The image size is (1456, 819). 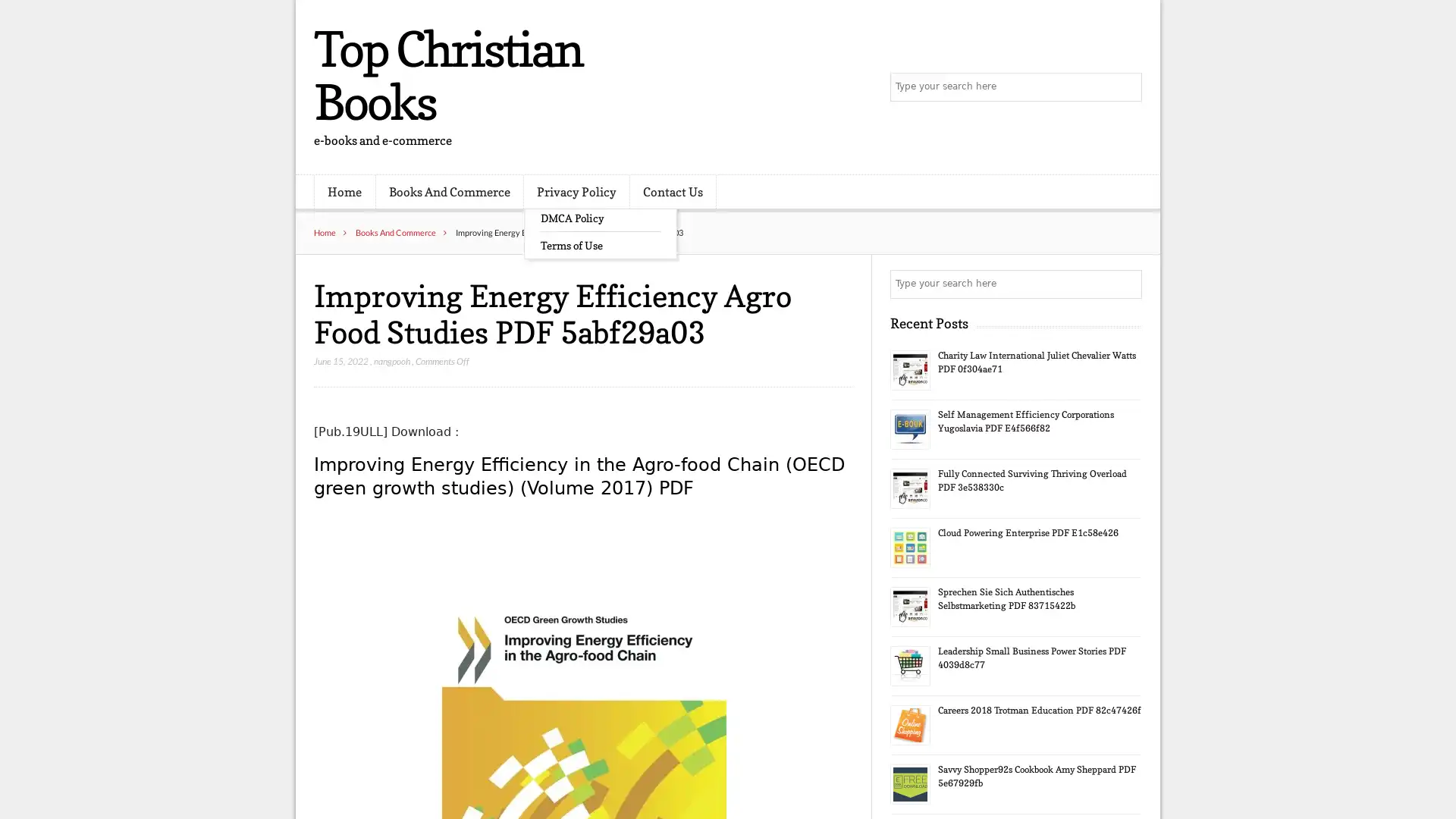 What do you see at coordinates (1126, 87) in the screenshot?
I see `Search` at bounding box center [1126, 87].